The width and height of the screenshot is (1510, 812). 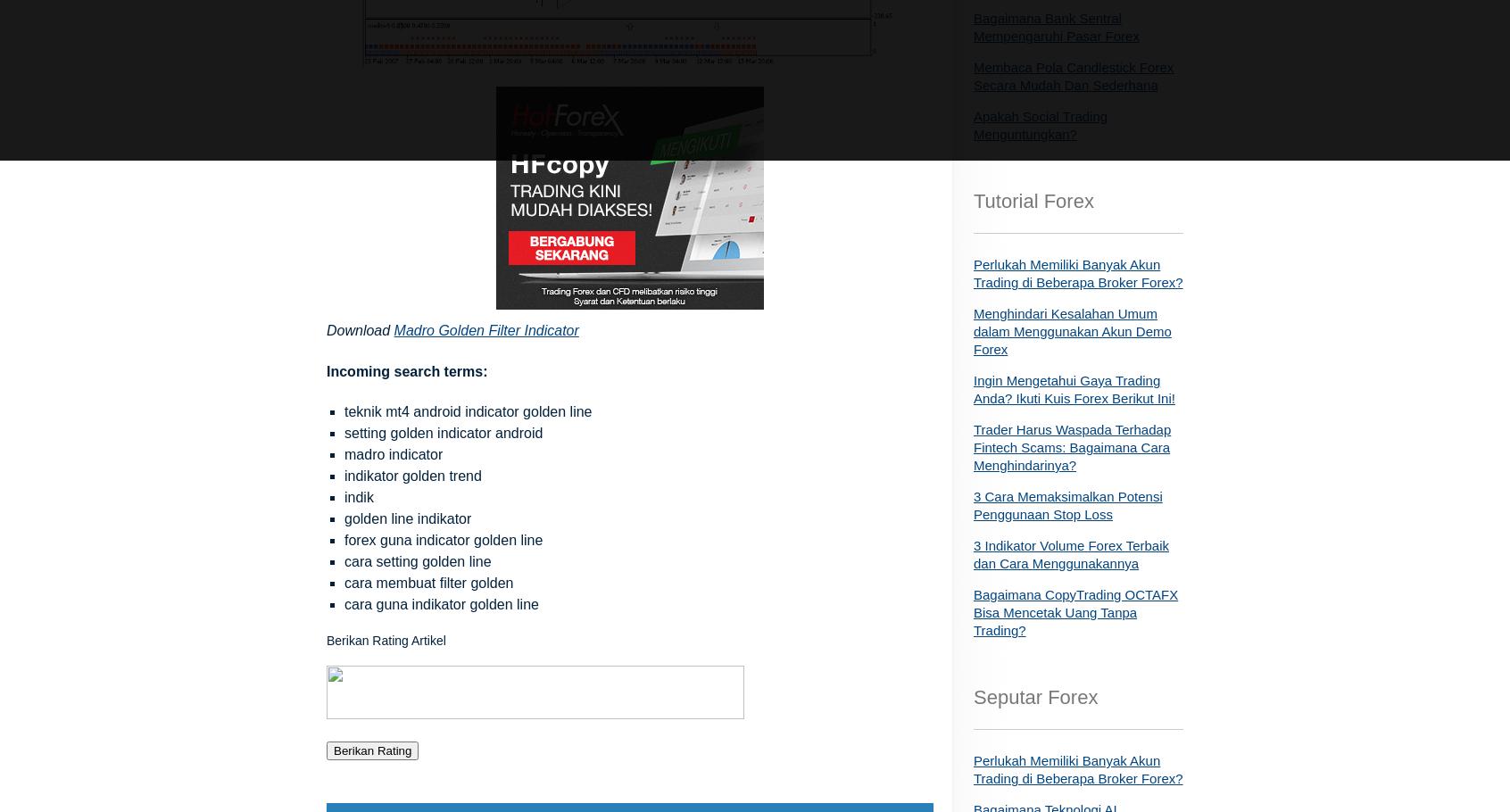 What do you see at coordinates (1033, 200) in the screenshot?
I see `'Tutorial Forex'` at bounding box center [1033, 200].